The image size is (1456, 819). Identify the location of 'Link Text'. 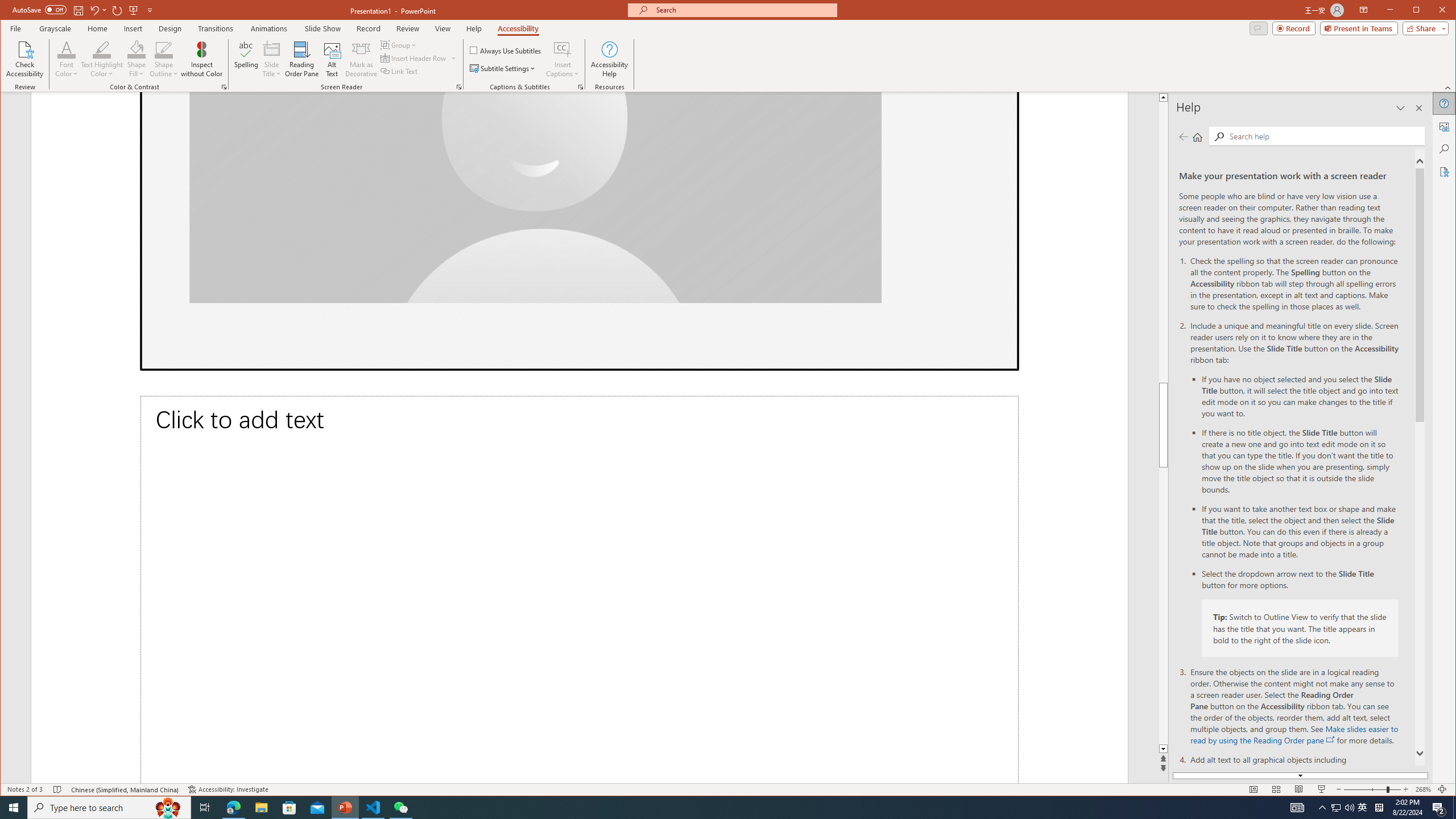
(399, 71).